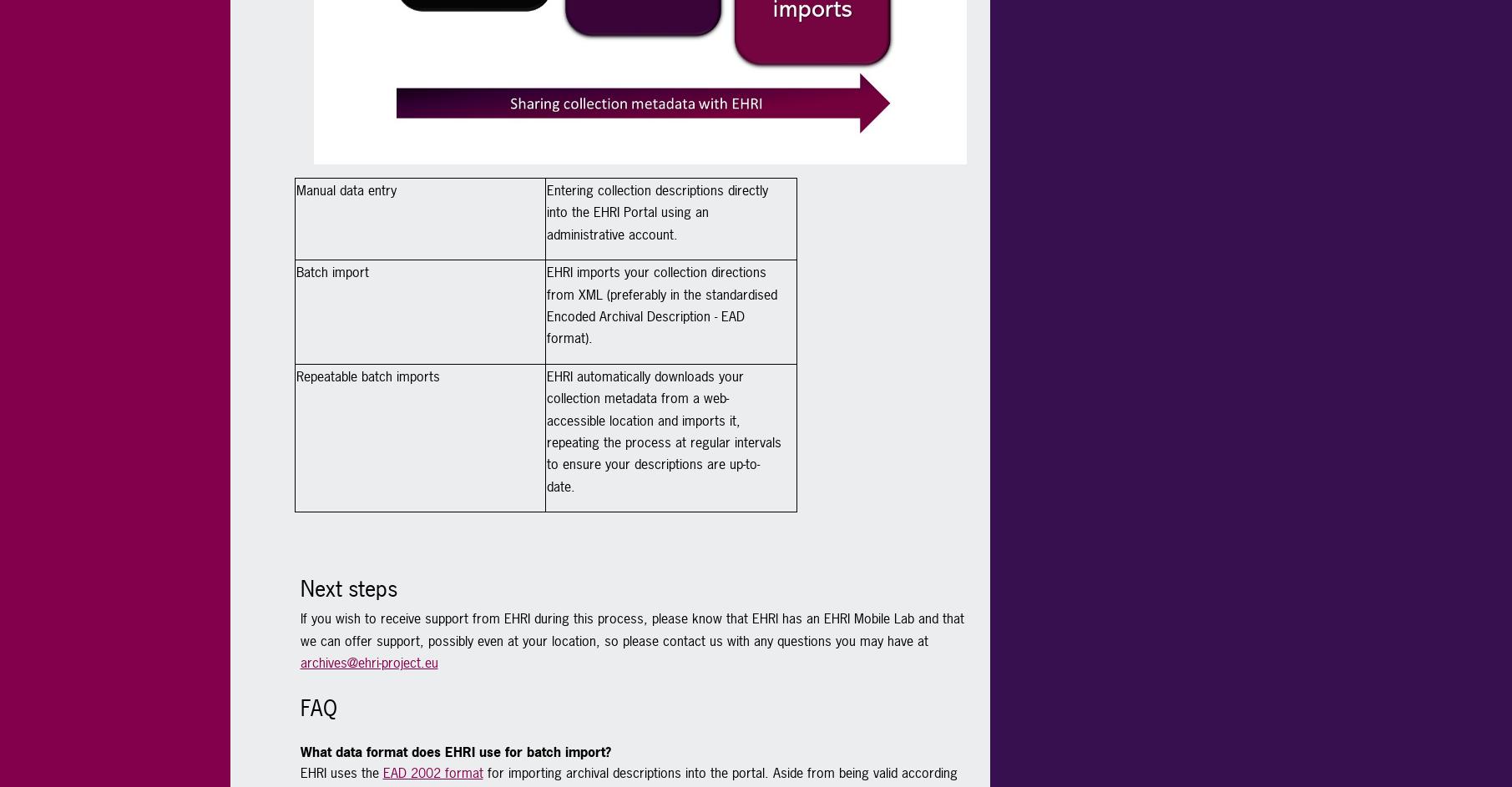 The height and width of the screenshot is (787, 1512). I want to click on 'Batch import', so click(331, 271).